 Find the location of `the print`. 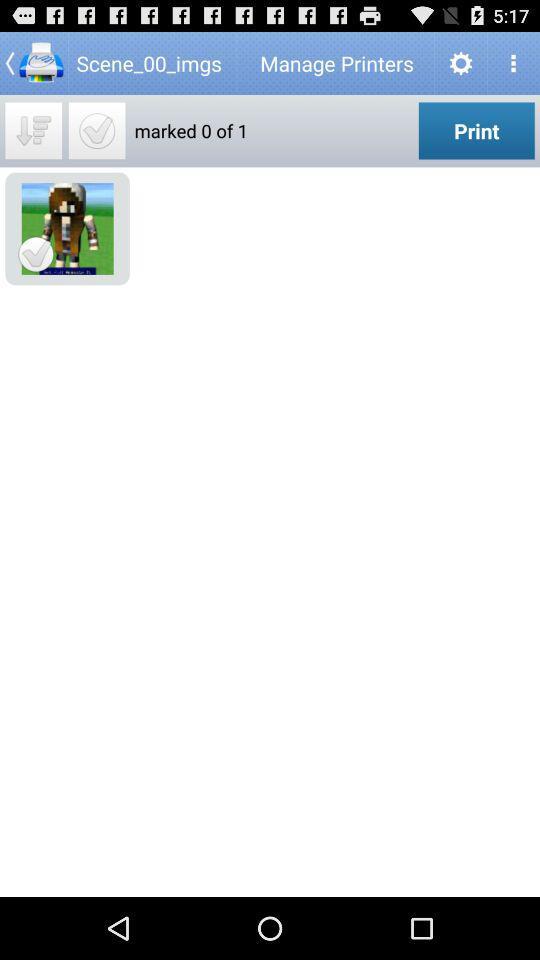

the print is located at coordinates (475, 129).